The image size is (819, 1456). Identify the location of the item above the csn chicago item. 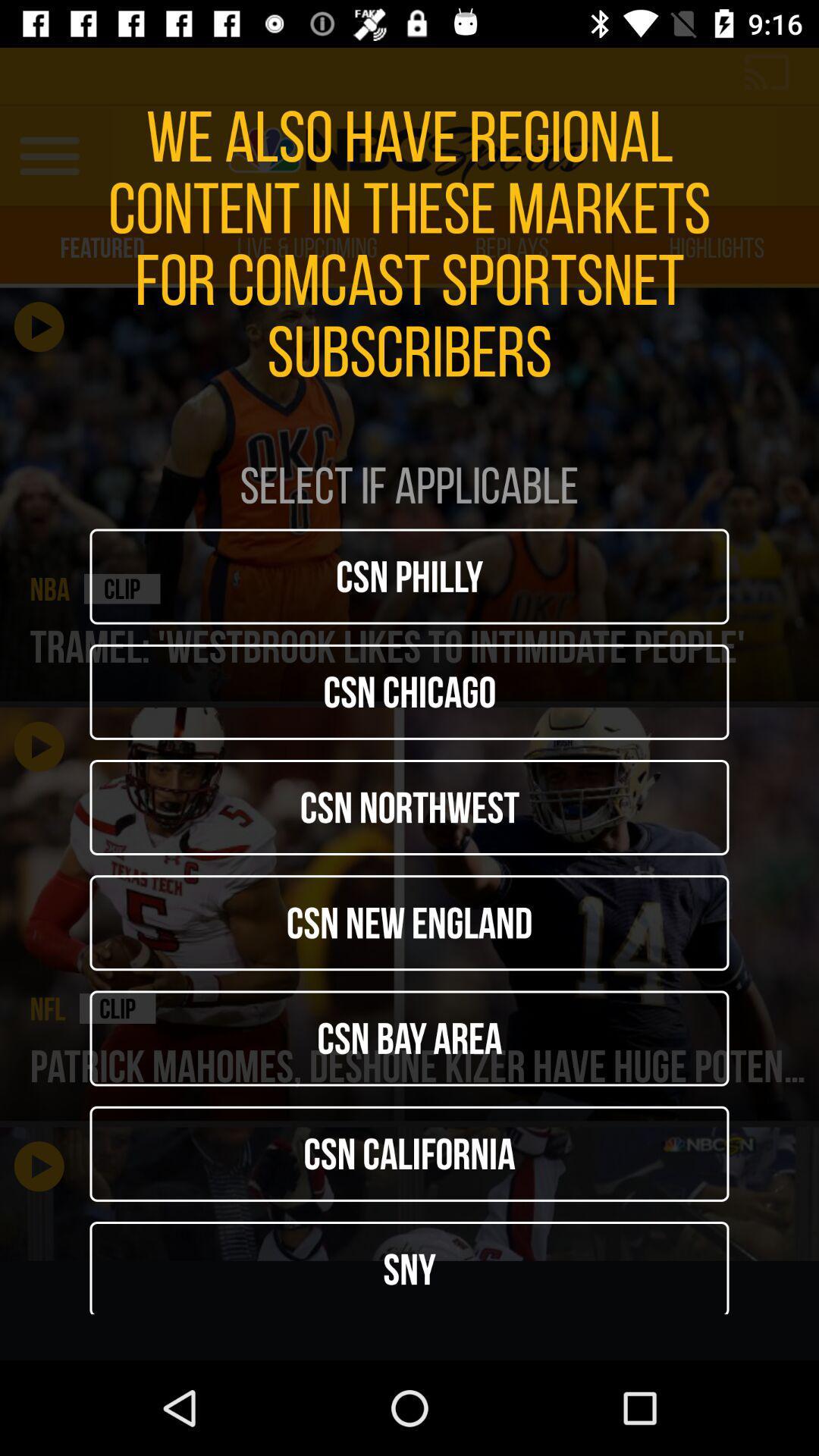
(409, 576).